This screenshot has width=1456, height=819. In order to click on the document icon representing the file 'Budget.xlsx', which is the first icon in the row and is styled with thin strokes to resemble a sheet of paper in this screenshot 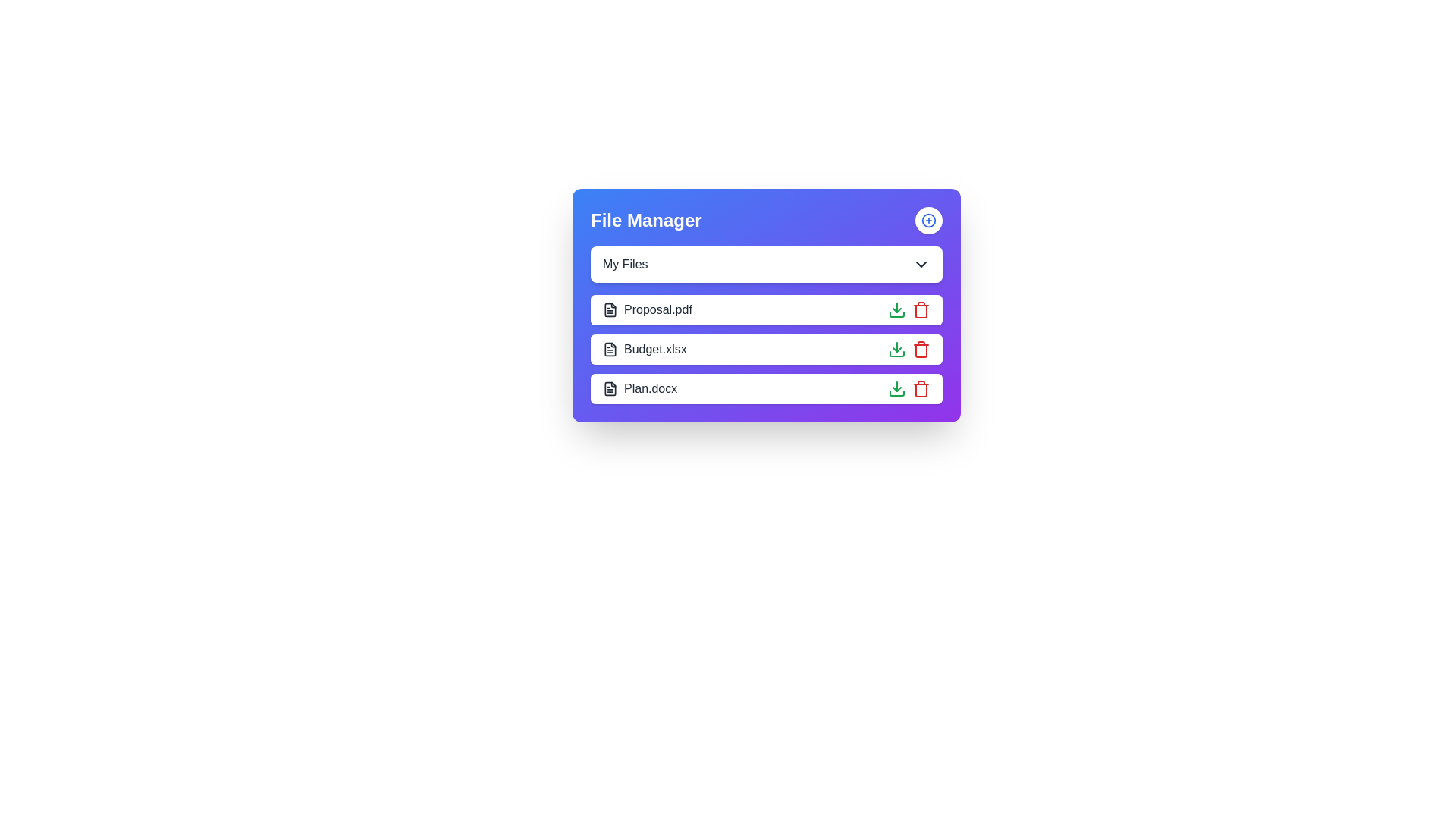, I will do `click(610, 350)`.